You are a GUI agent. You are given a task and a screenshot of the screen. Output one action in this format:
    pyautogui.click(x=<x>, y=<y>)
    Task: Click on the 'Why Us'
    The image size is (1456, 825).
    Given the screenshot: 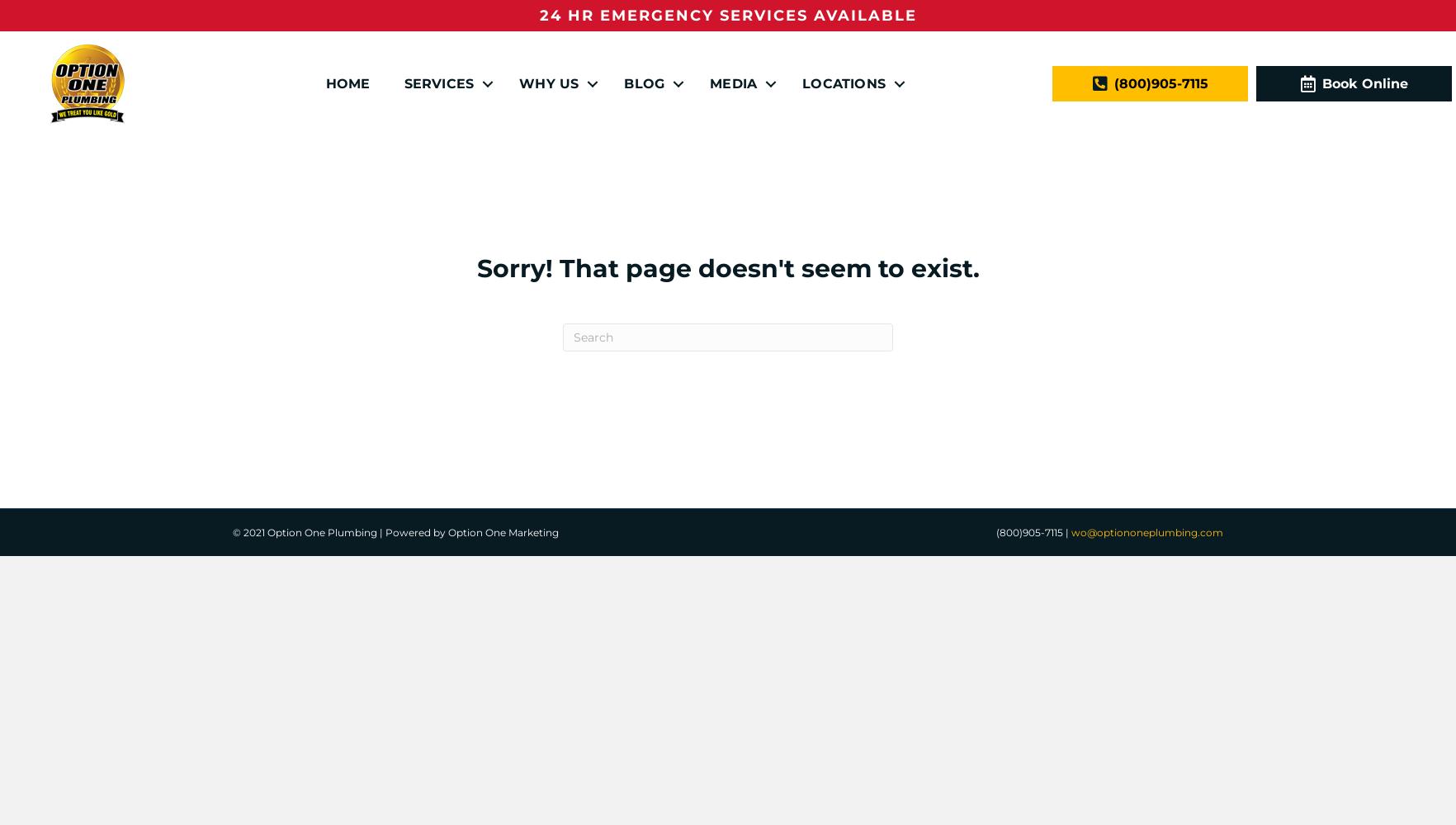 What is the action you would take?
    pyautogui.click(x=549, y=82)
    